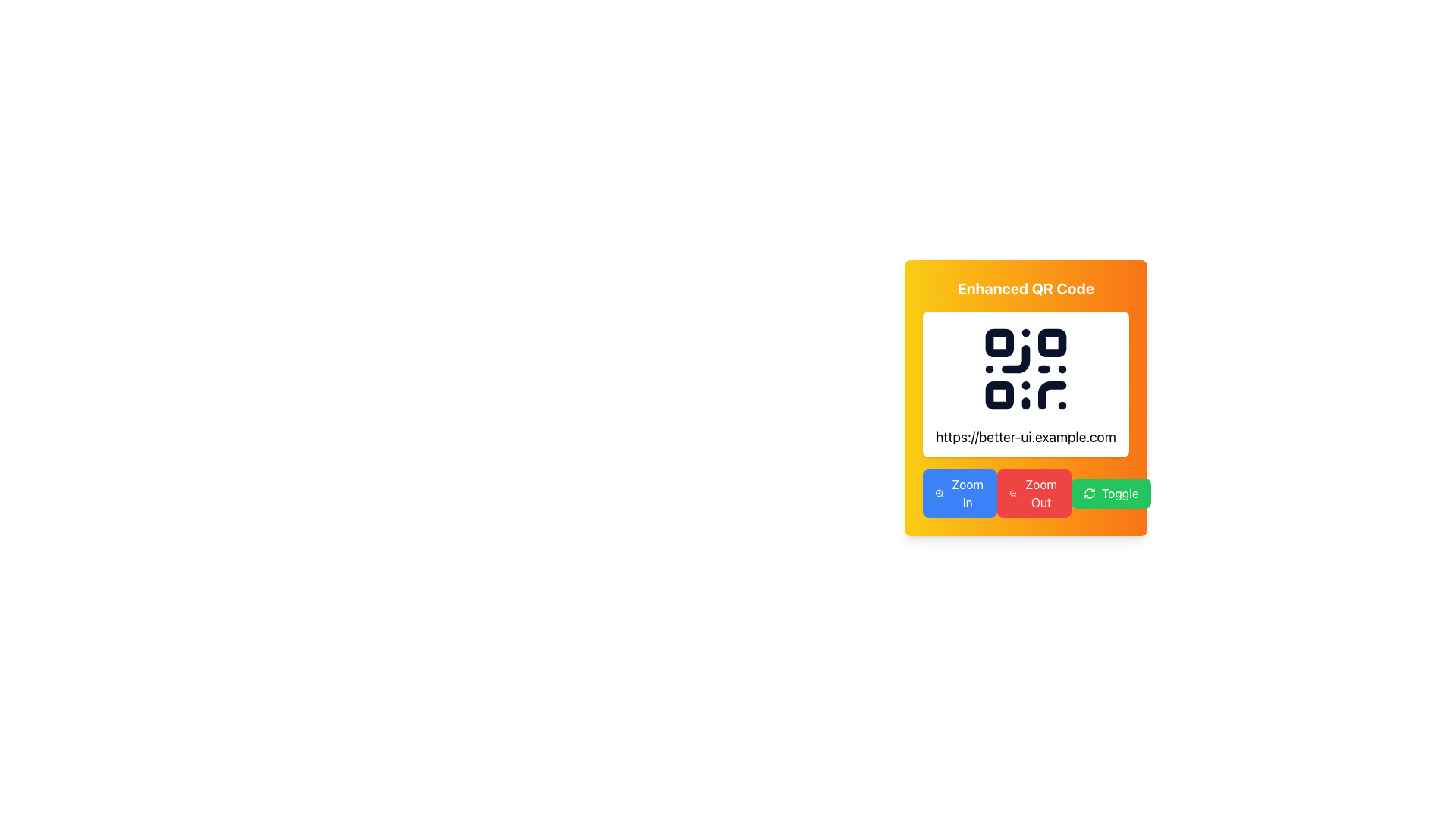 The height and width of the screenshot is (819, 1456). What do you see at coordinates (999, 394) in the screenshot?
I see `the small rounded square located in the bottom-left corner of the QR code graphic, which is the third square in the grid structure` at bounding box center [999, 394].